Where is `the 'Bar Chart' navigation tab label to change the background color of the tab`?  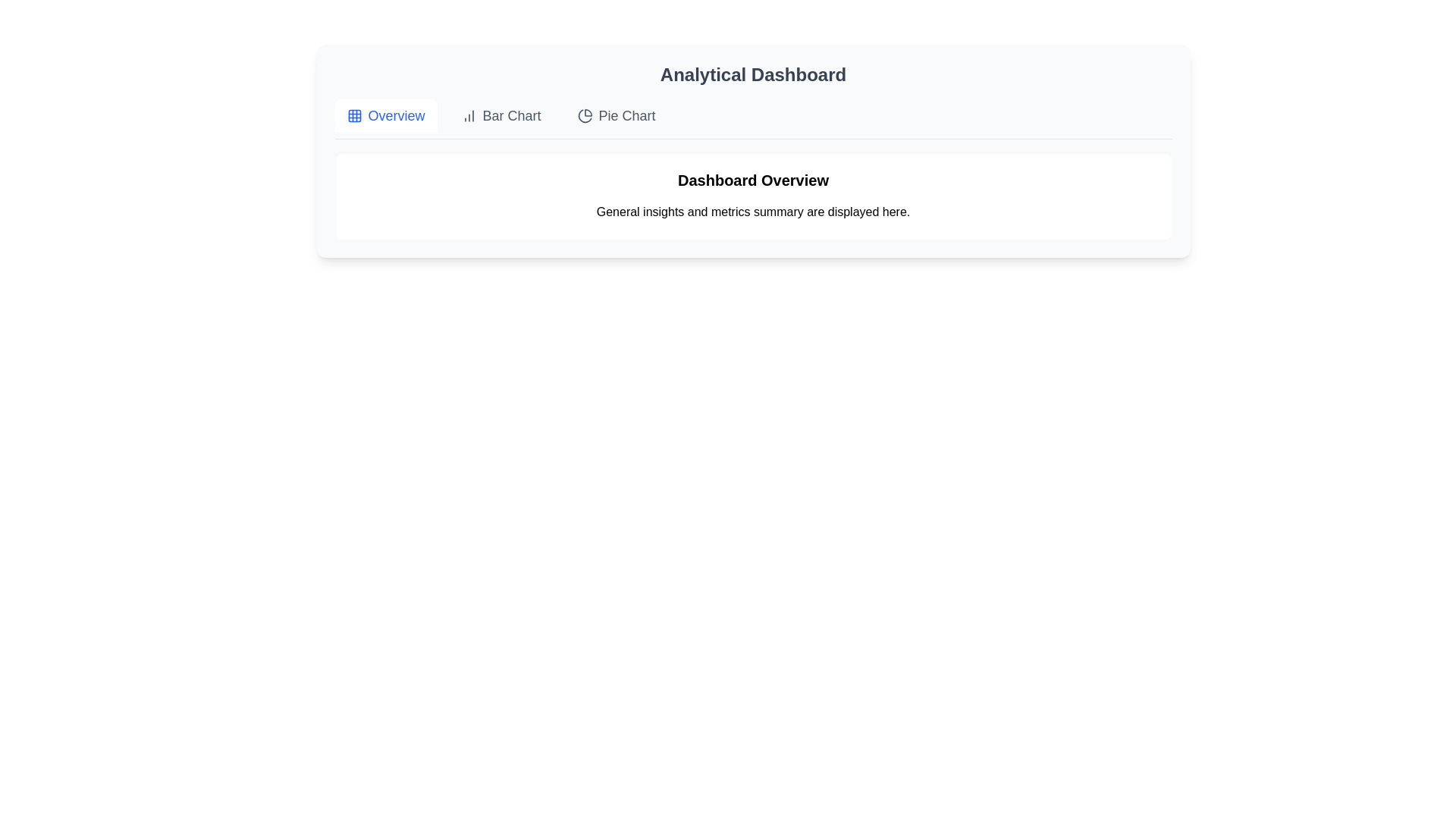 the 'Bar Chart' navigation tab label to change the background color of the tab is located at coordinates (512, 115).